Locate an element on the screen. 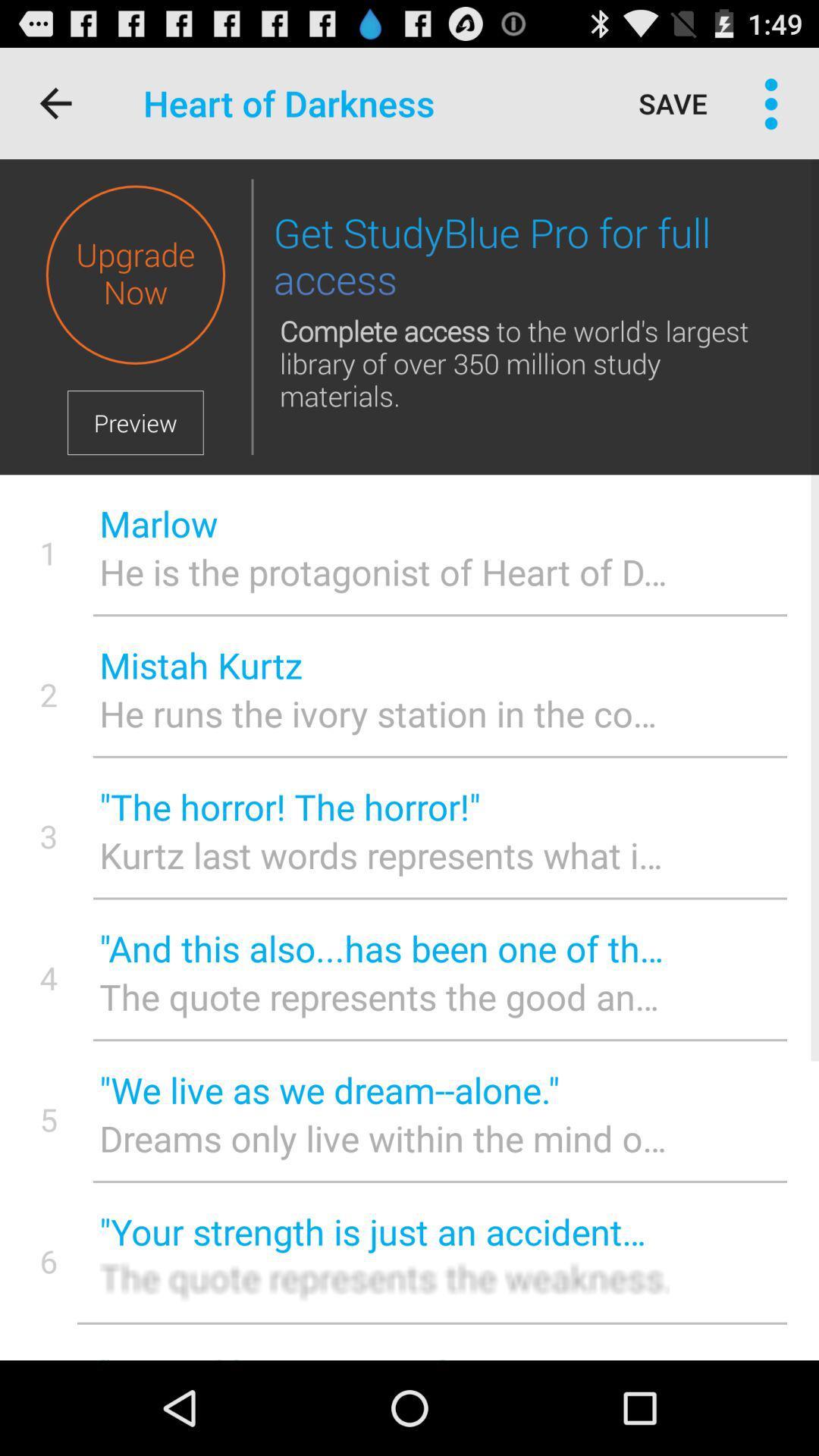  item next to 6 item is located at coordinates (383, 1232).